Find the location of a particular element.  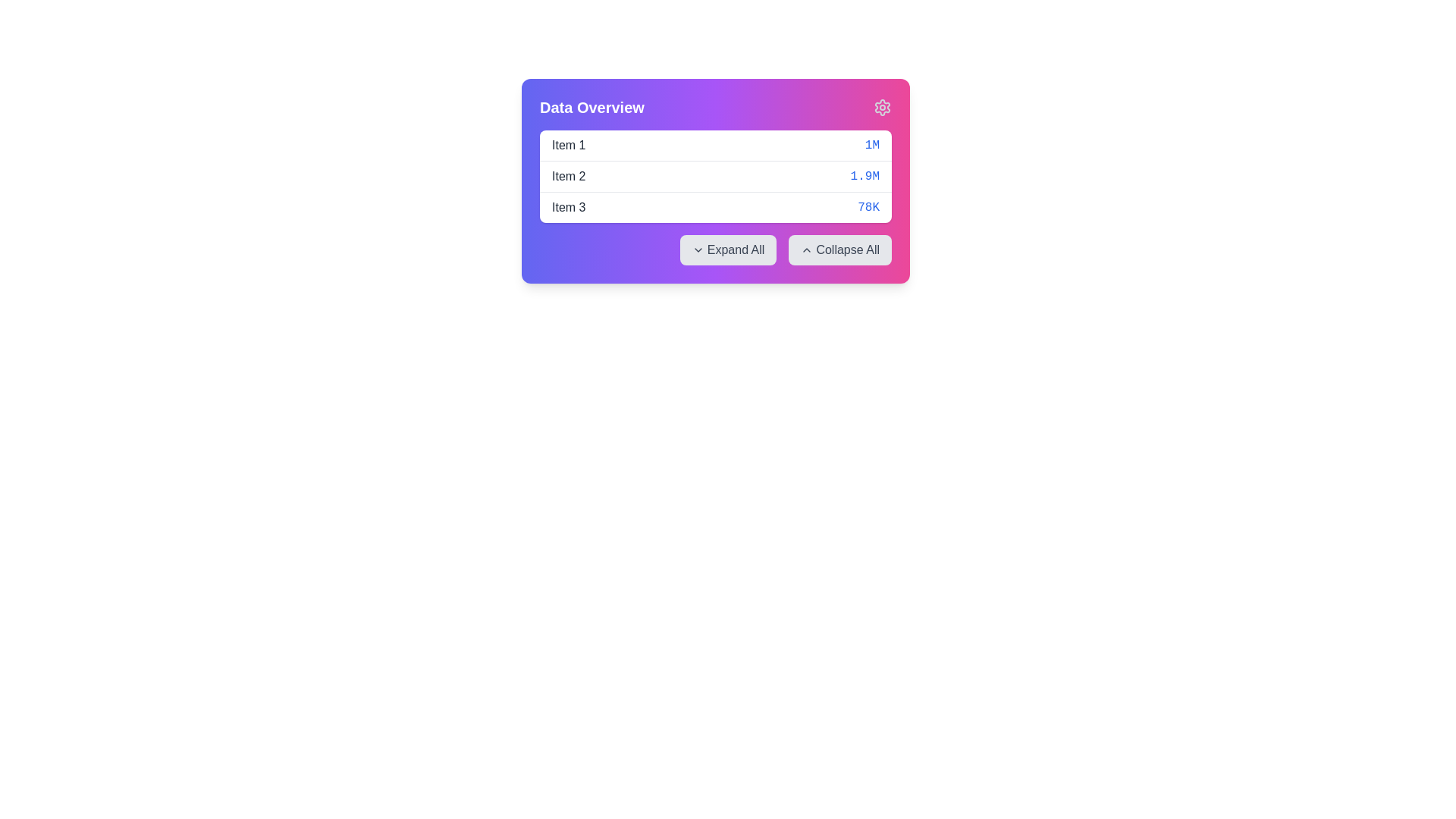

the static text element displaying '78K' in blue font, located at the right end of the third row within the 'Data Overview' card is located at coordinates (868, 207).